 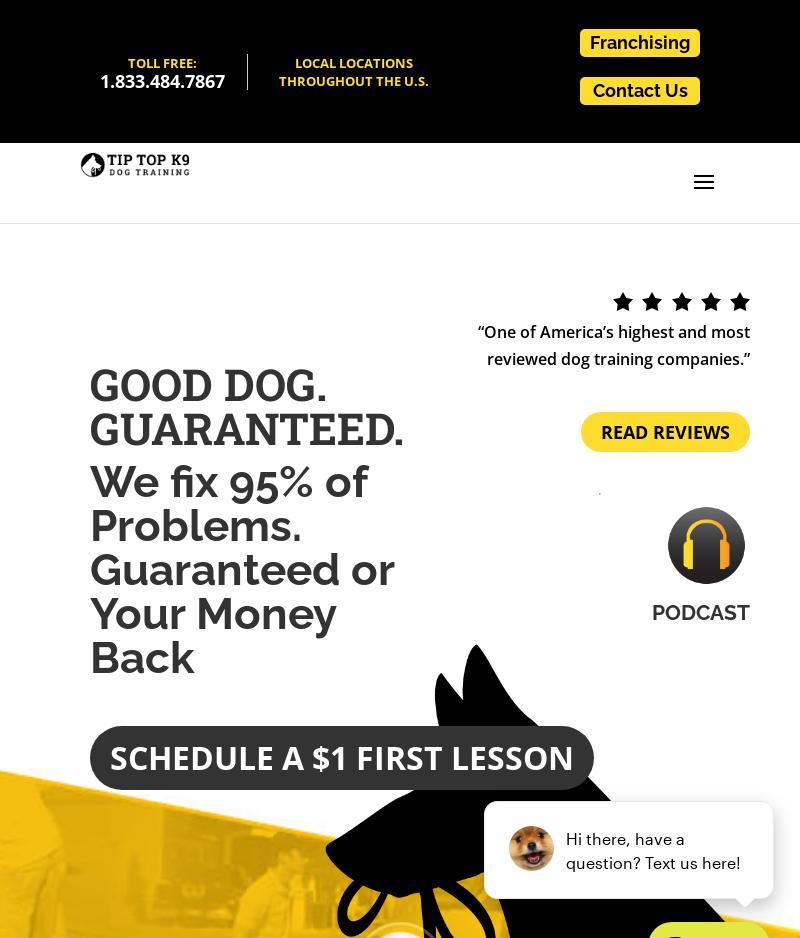 I want to click on 'Contact Us', so click(x=638, y=89).